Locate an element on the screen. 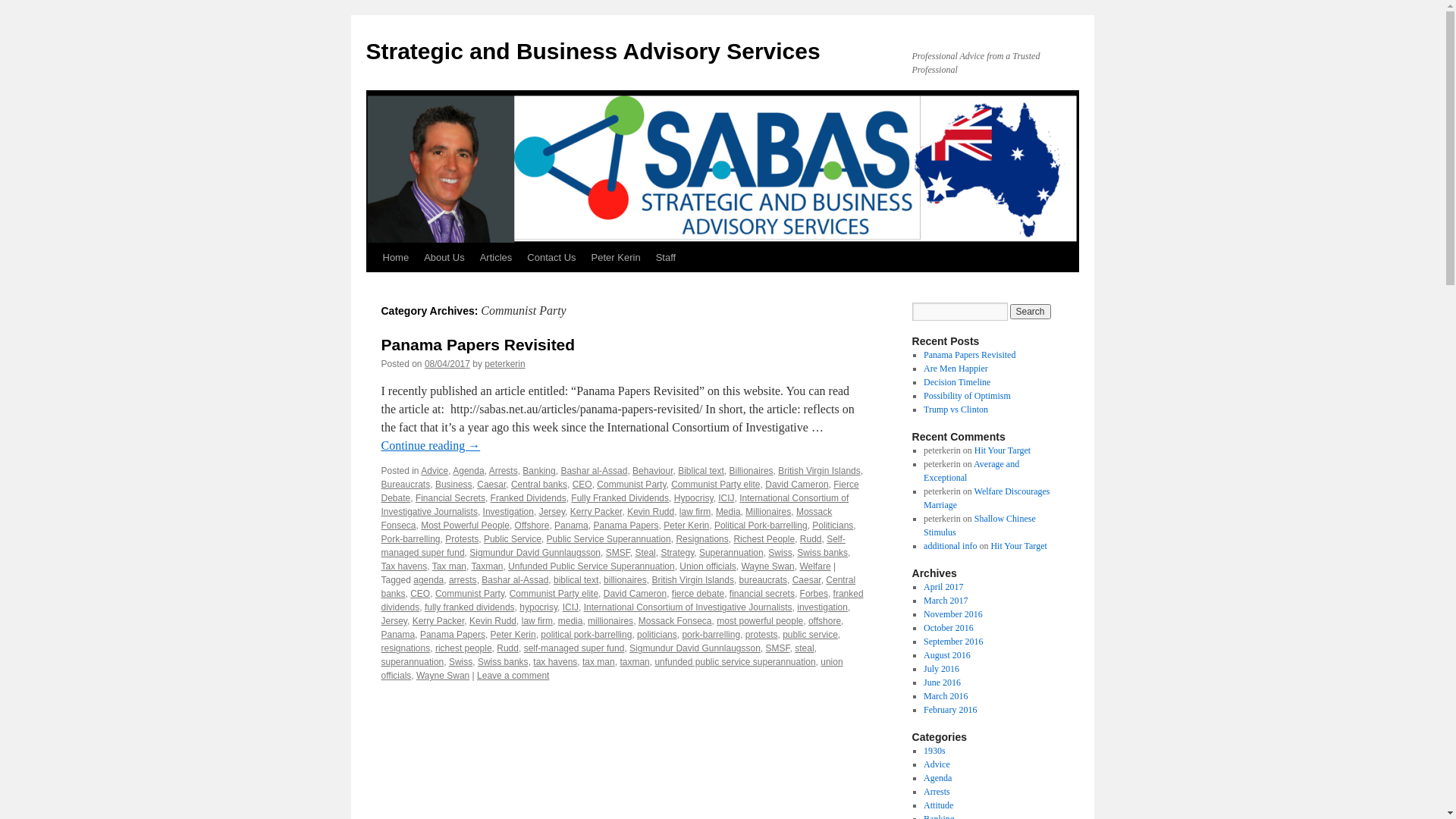  'Unfunded Public Service Superannuation' is located at coordinates (590, 566).